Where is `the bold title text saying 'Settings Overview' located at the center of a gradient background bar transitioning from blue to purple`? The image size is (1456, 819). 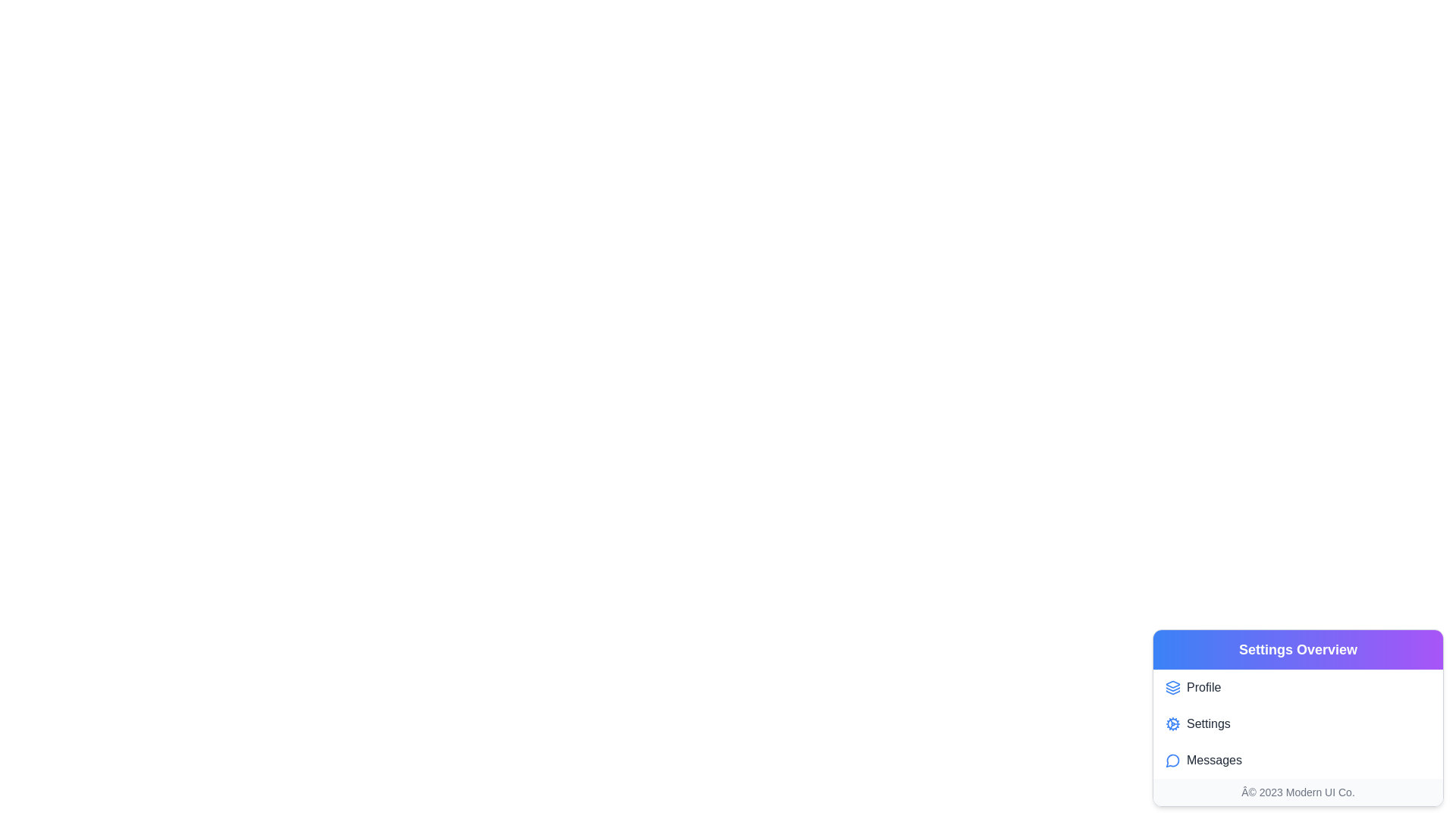 the bold title text saying 'Settings Overview' located at the center of a gradient background bar transitioning from blue to purple is located at coordinates (1298, 648).